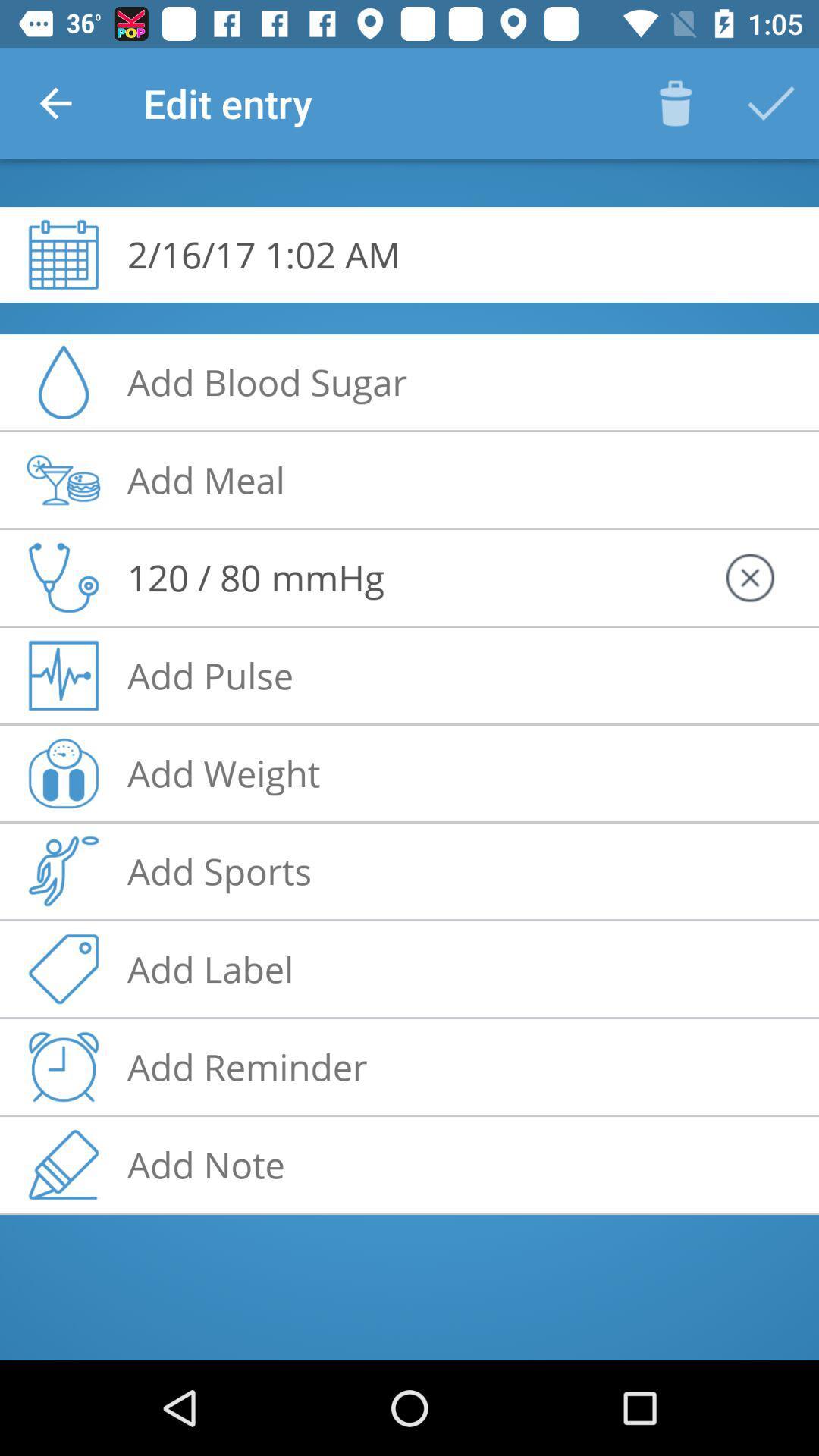 This screenshot has height=1456, width=819. What do you see at coordinates (55, 102) in the screenshot?
I see `the item next to edit entry item` at bounding box center [55, 102].